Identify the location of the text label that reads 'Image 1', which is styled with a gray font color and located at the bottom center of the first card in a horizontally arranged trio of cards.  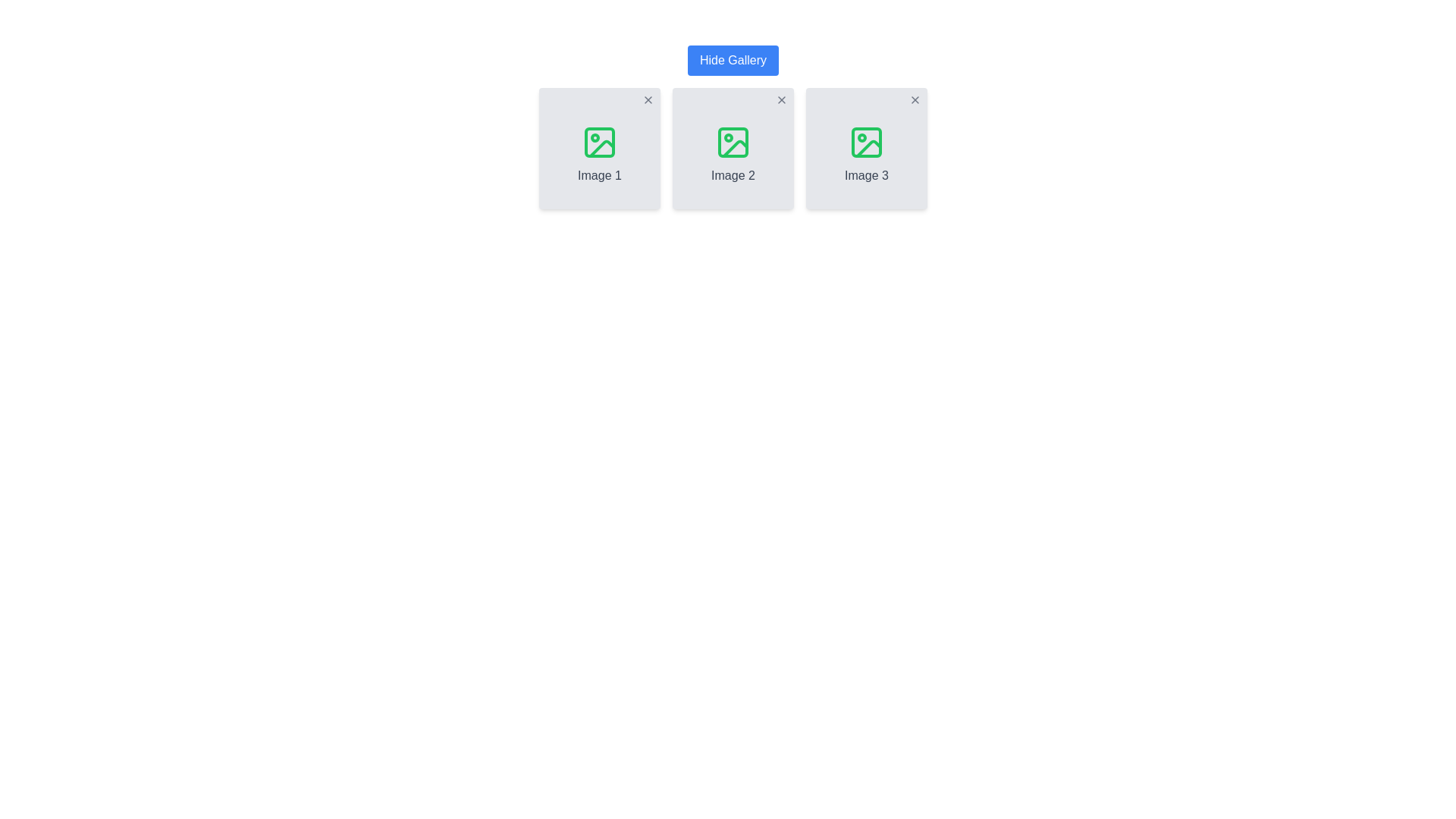
(599, 174).